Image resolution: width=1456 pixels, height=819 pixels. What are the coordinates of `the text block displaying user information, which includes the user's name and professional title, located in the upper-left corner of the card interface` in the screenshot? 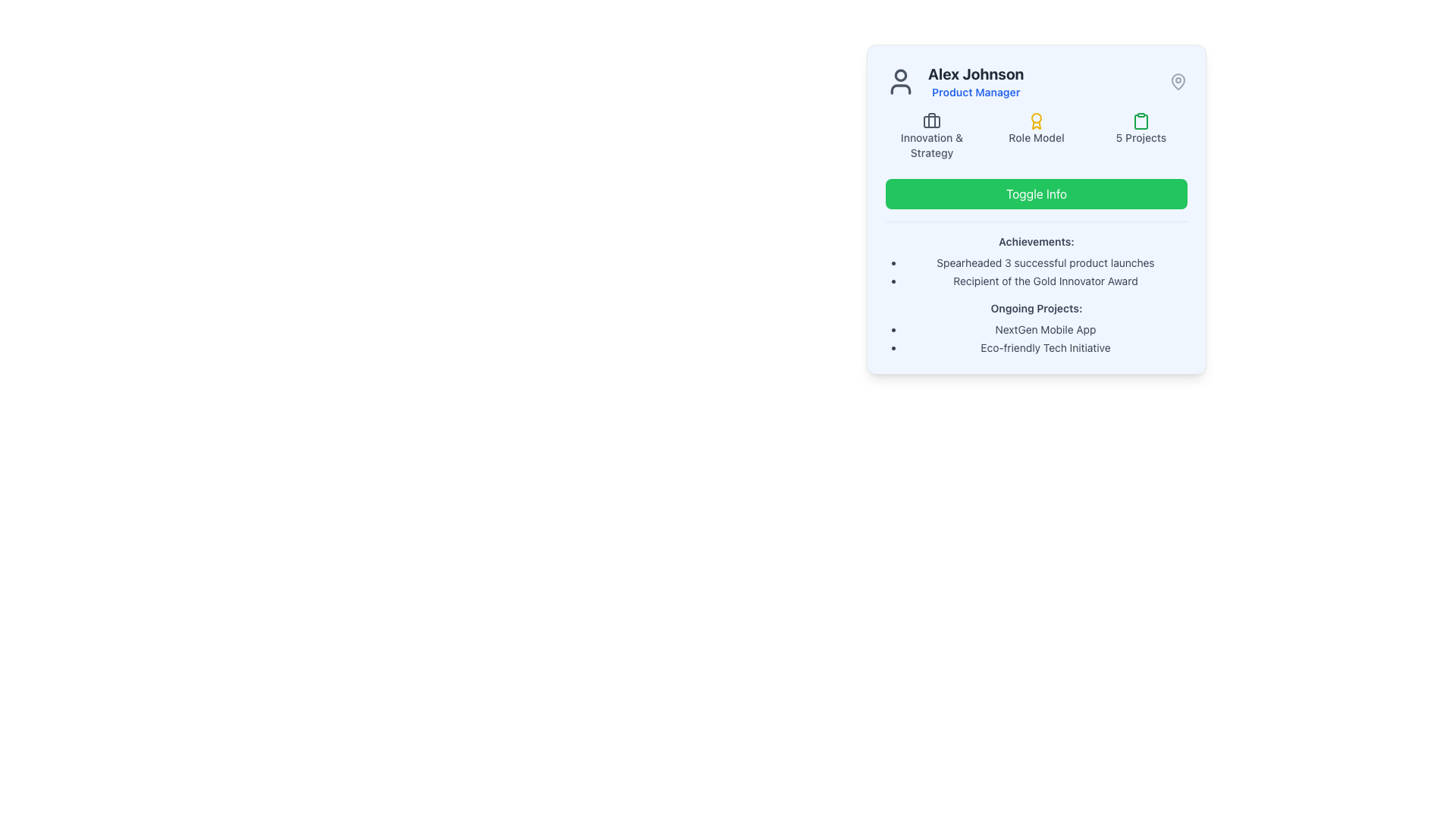 It's located at (954, 82).